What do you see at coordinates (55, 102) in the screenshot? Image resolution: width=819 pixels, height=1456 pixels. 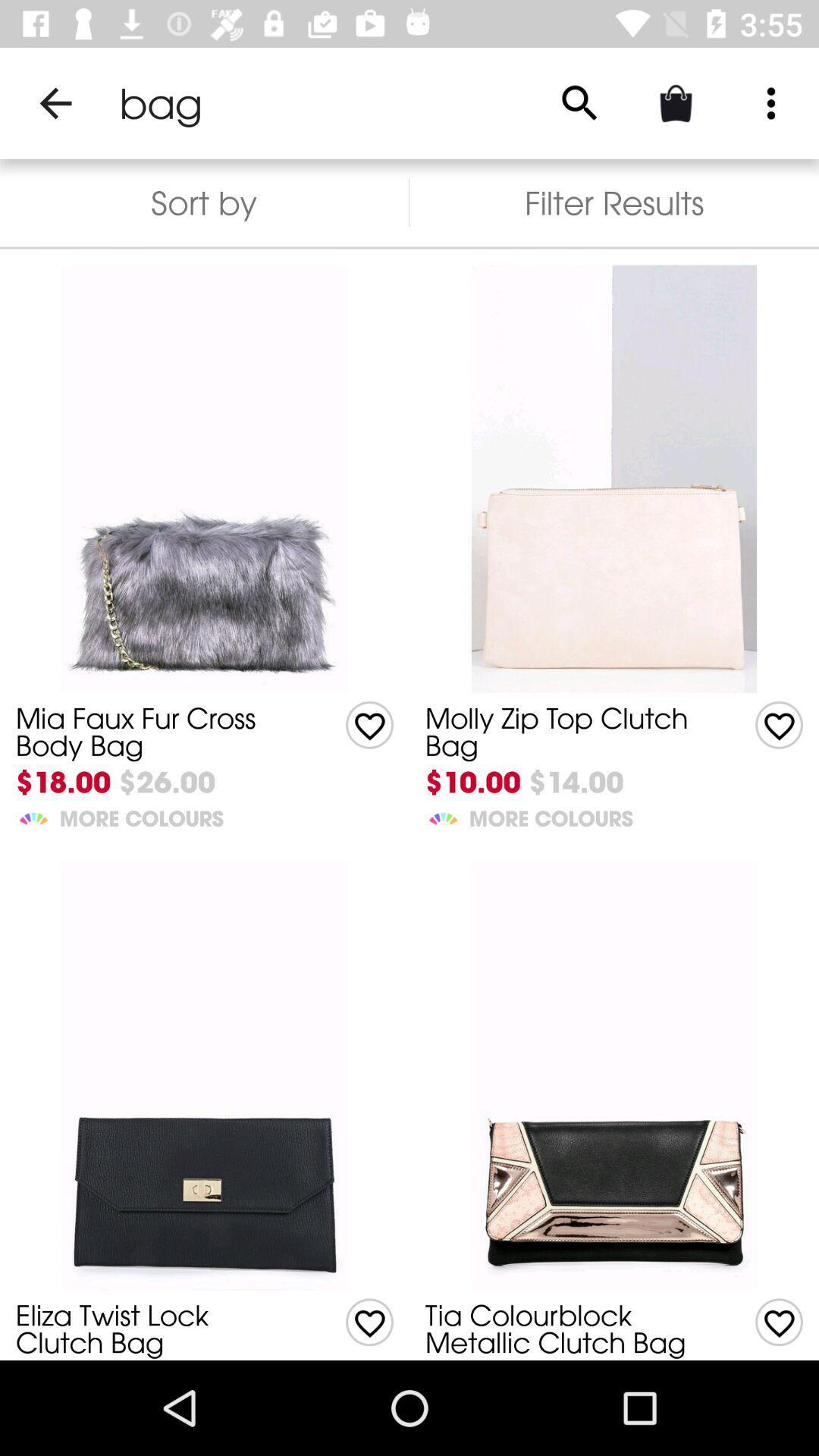 I see `item next to bag` at bounding box center [55, 102].